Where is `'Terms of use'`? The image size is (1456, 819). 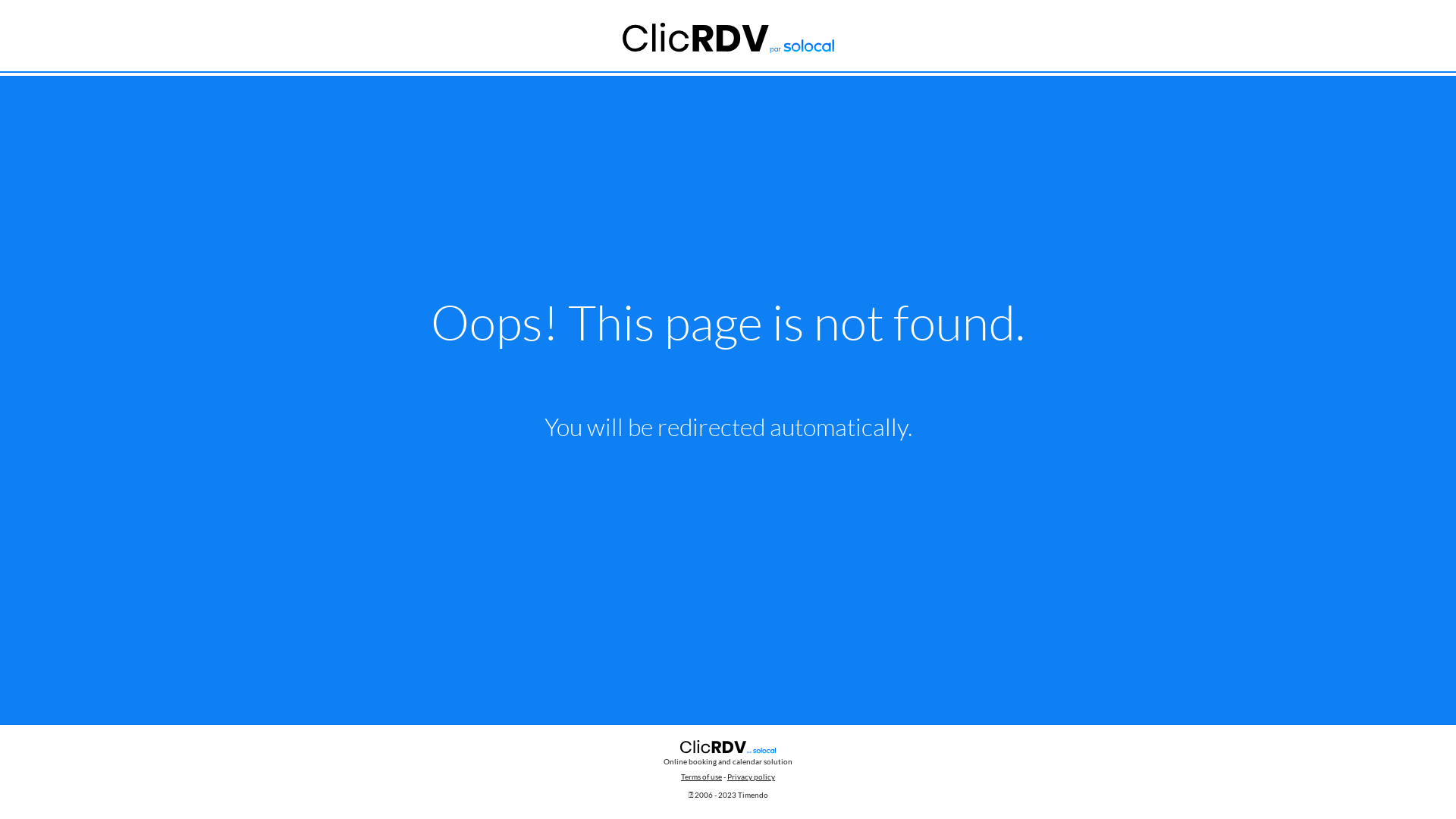
'Terms of use' is located at coordinates (679, 776).